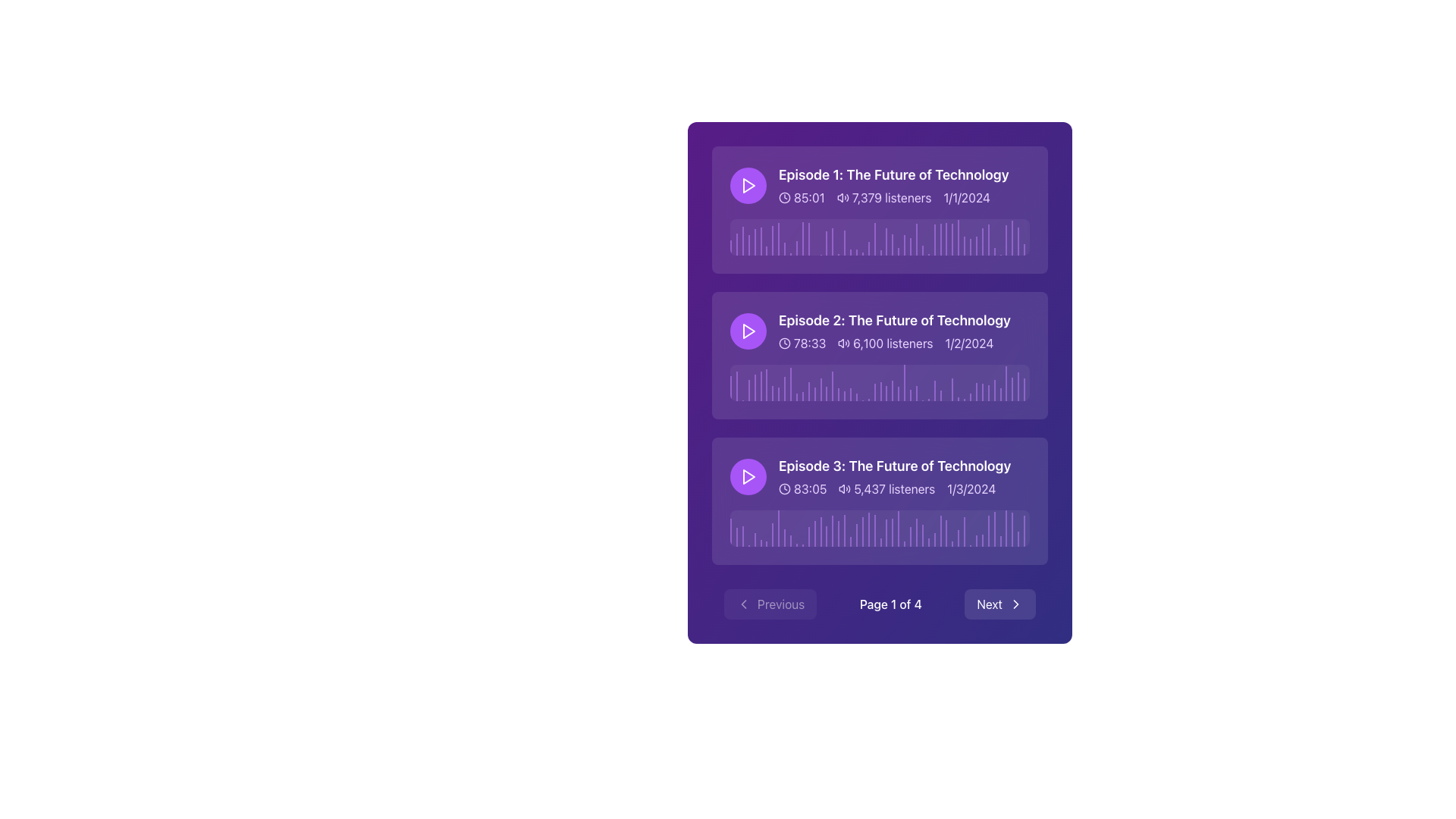  What do you see at coordinates (874, 391) in the screenshot?
I see `the timeline marker within the waveform visualization for 'Episode 2: The Future of Technology'` at bounding box center [874, 391].